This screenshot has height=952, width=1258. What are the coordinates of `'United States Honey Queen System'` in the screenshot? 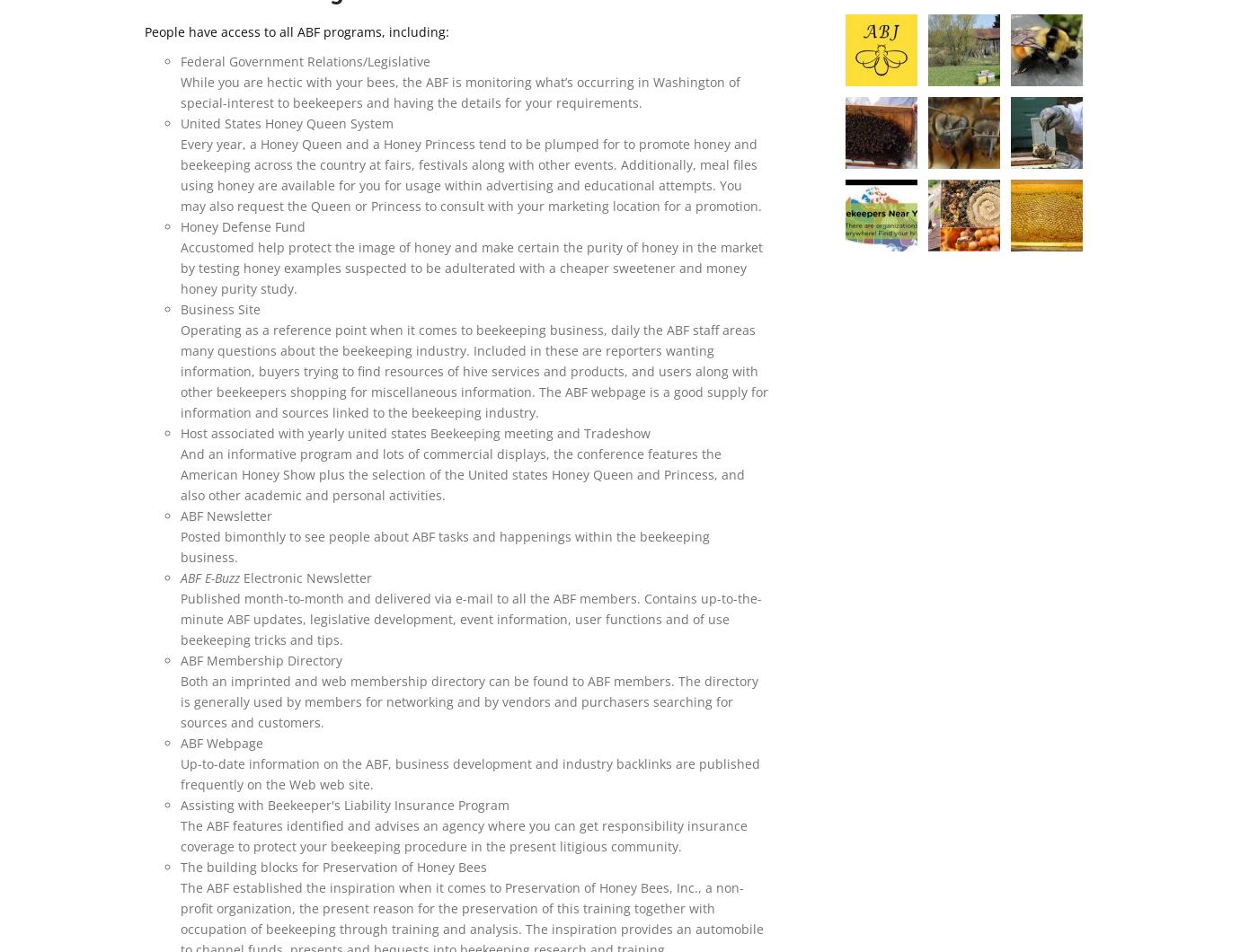 It's located at (287, 122).